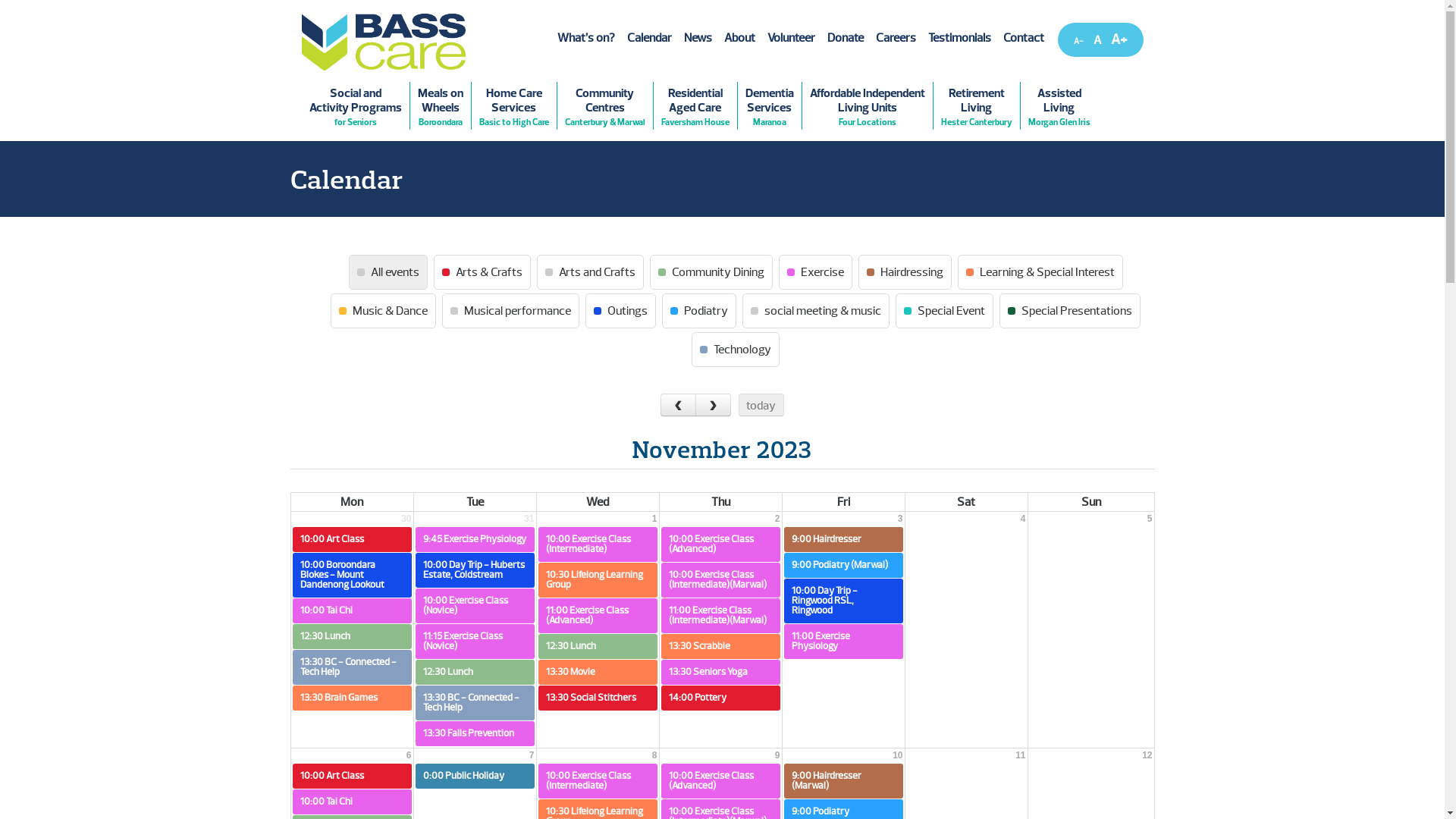 Image resolution: width=1456 pixels, height=819 pixels. I want to click on 'Assisted, so click(1058, 105).